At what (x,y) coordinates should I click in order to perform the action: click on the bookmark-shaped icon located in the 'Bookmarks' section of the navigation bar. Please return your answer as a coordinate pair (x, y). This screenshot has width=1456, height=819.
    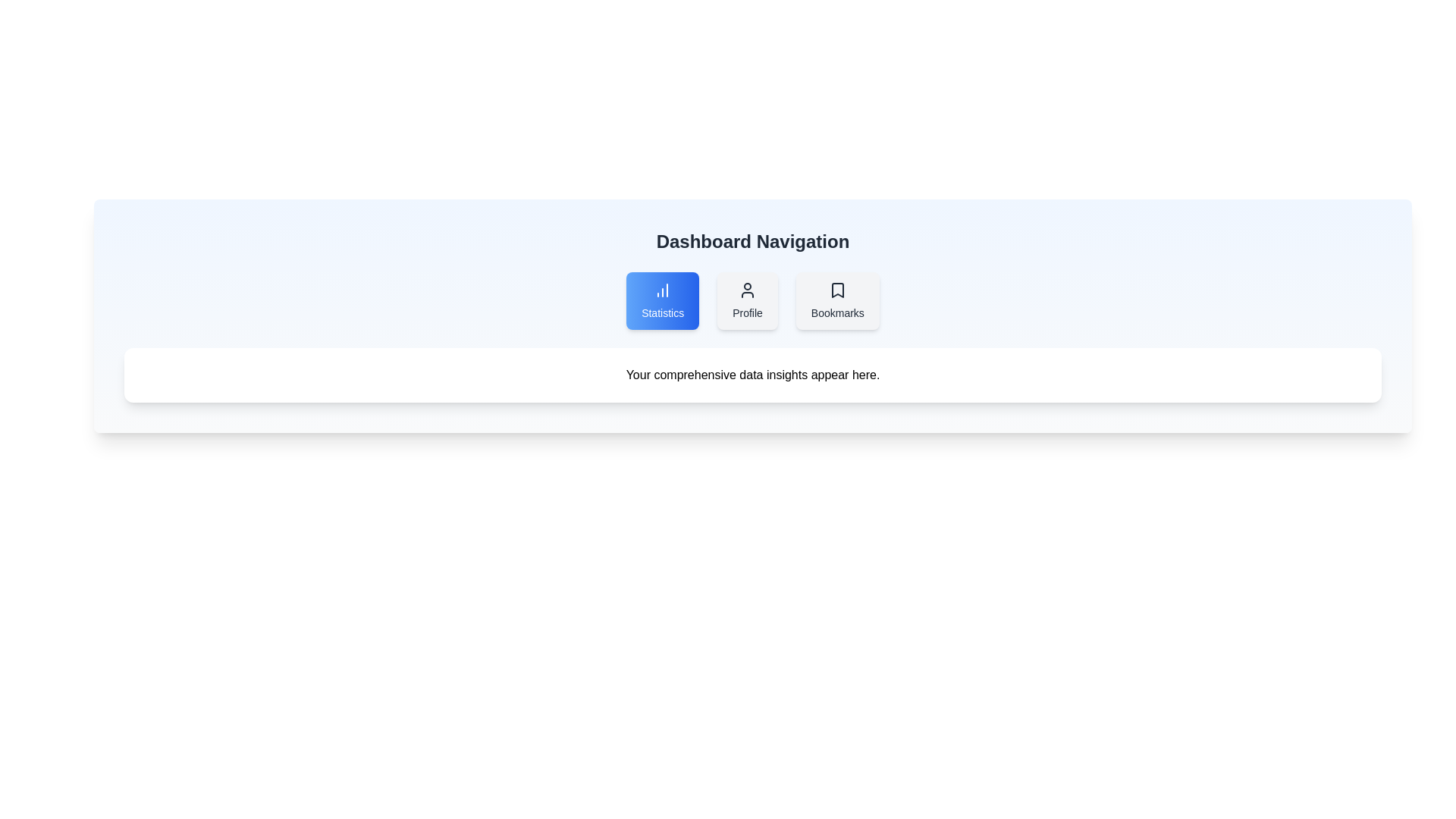
    Looking at the image, I should click on (836, 290).